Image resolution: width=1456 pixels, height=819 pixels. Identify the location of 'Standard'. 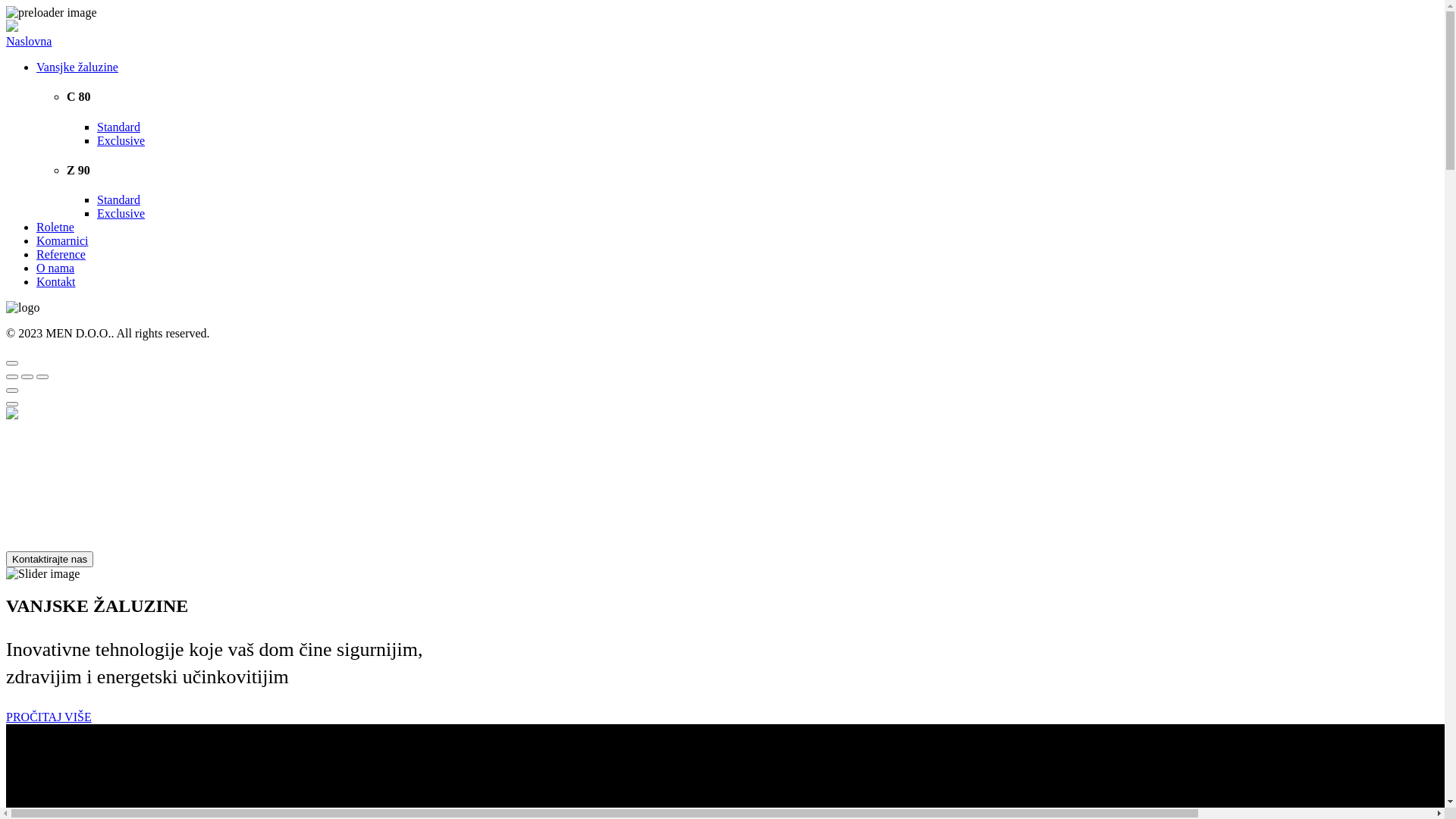
(96, 126).